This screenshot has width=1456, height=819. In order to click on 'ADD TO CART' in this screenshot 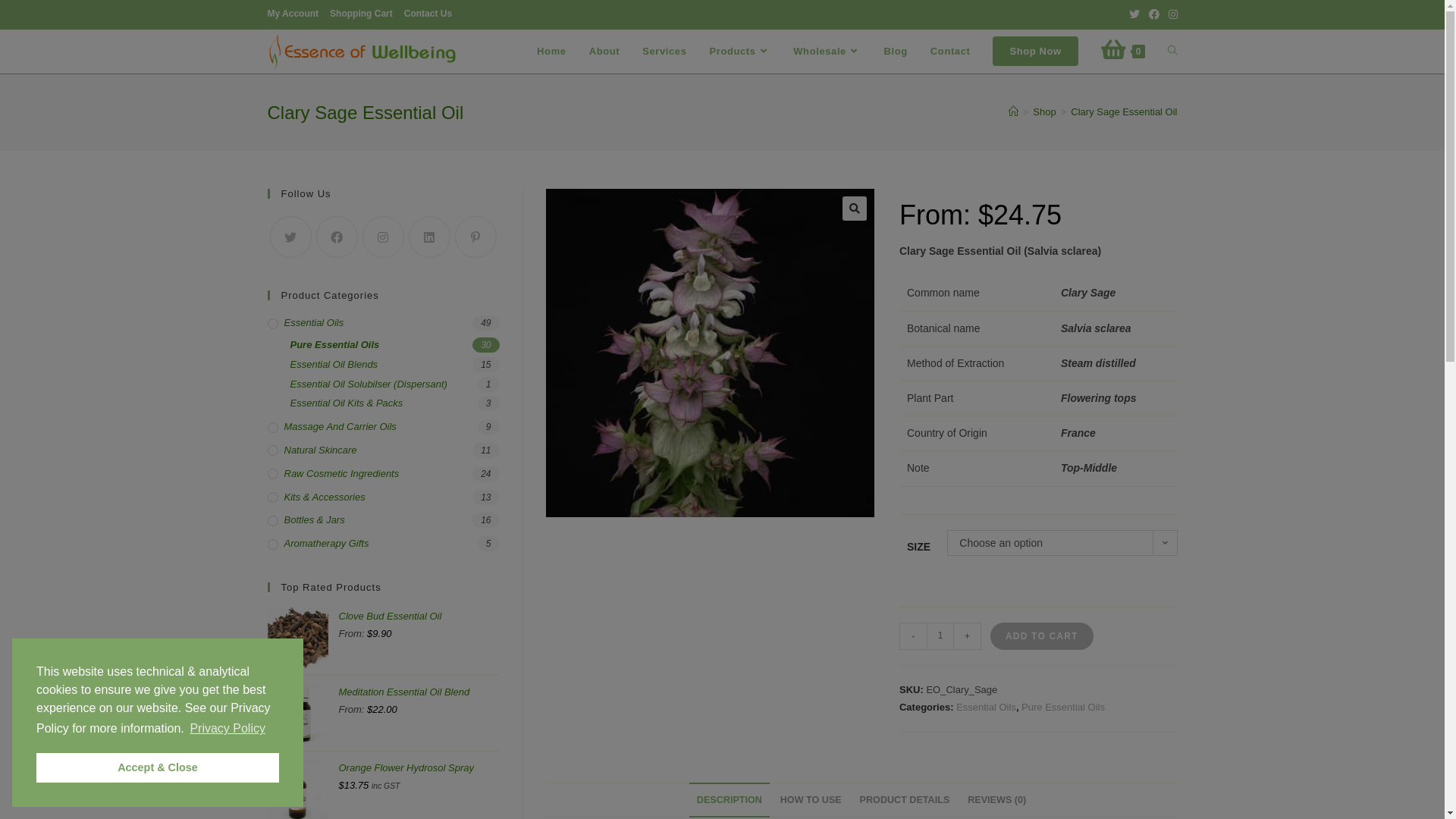, I will do `click(1040, 636)`.